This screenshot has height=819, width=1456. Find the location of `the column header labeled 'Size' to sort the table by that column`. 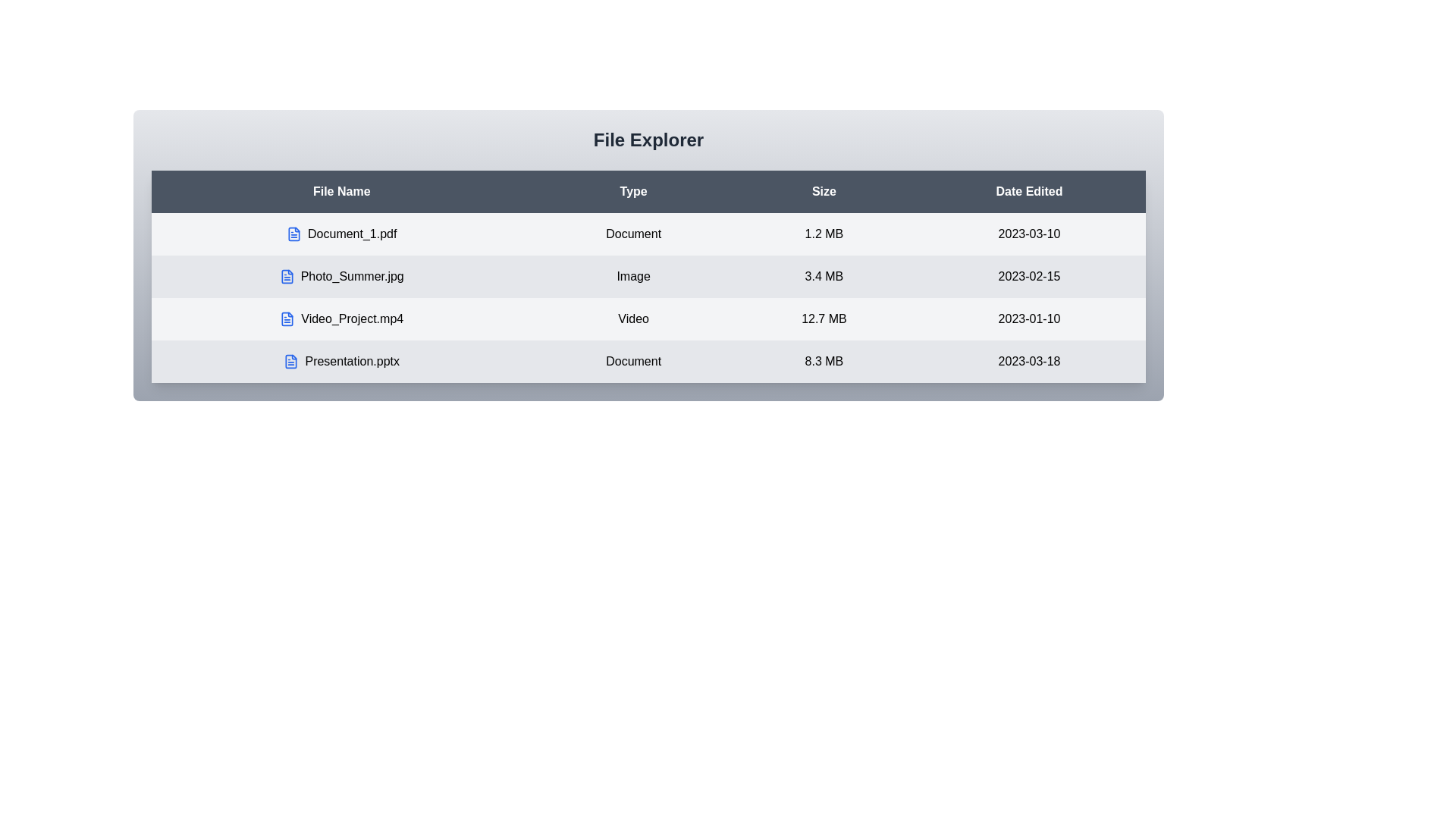

the column header labeled 'Size' to sort the table by that column is located at coordinates (823, 191).